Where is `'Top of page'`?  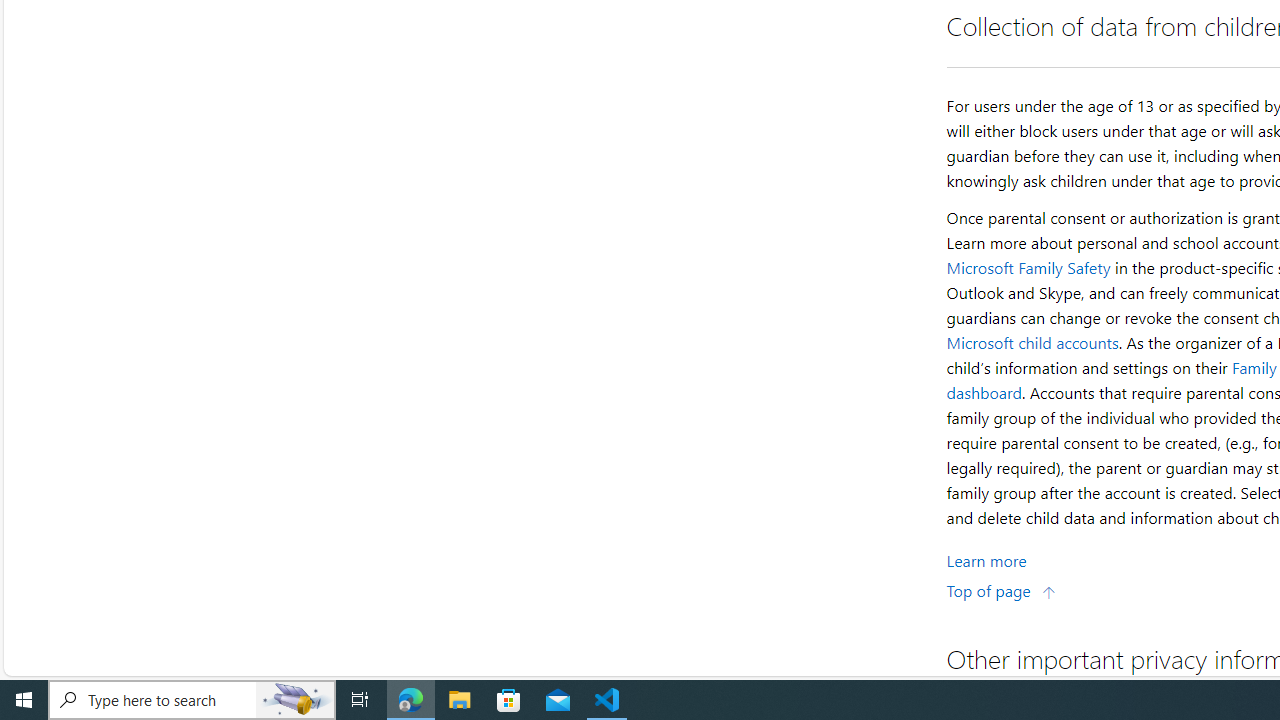
'Top of page' is located at coordinates (1001, 589).